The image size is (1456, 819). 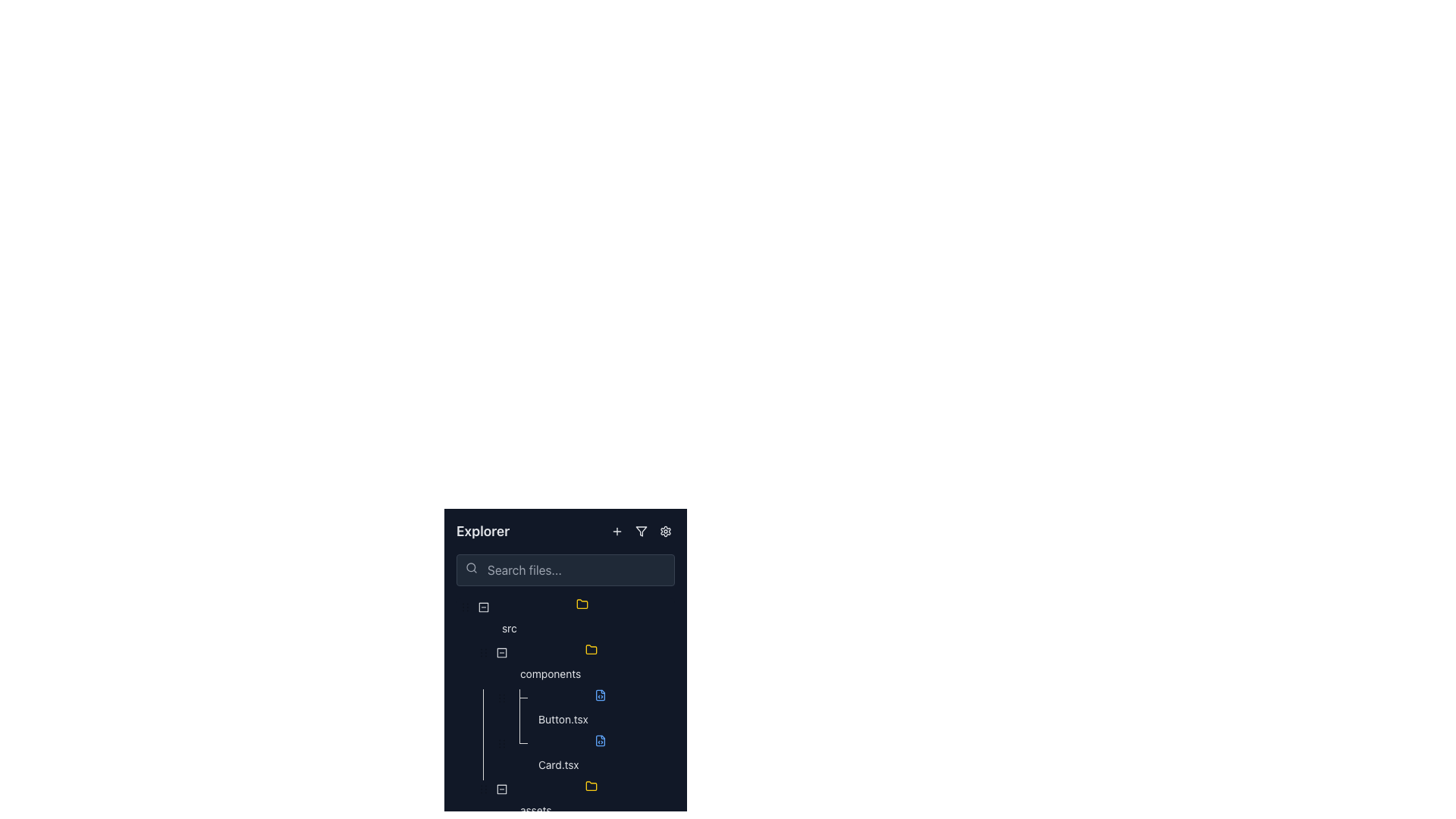 I want to click on the 'src' folder, so click(x=585, y=620).